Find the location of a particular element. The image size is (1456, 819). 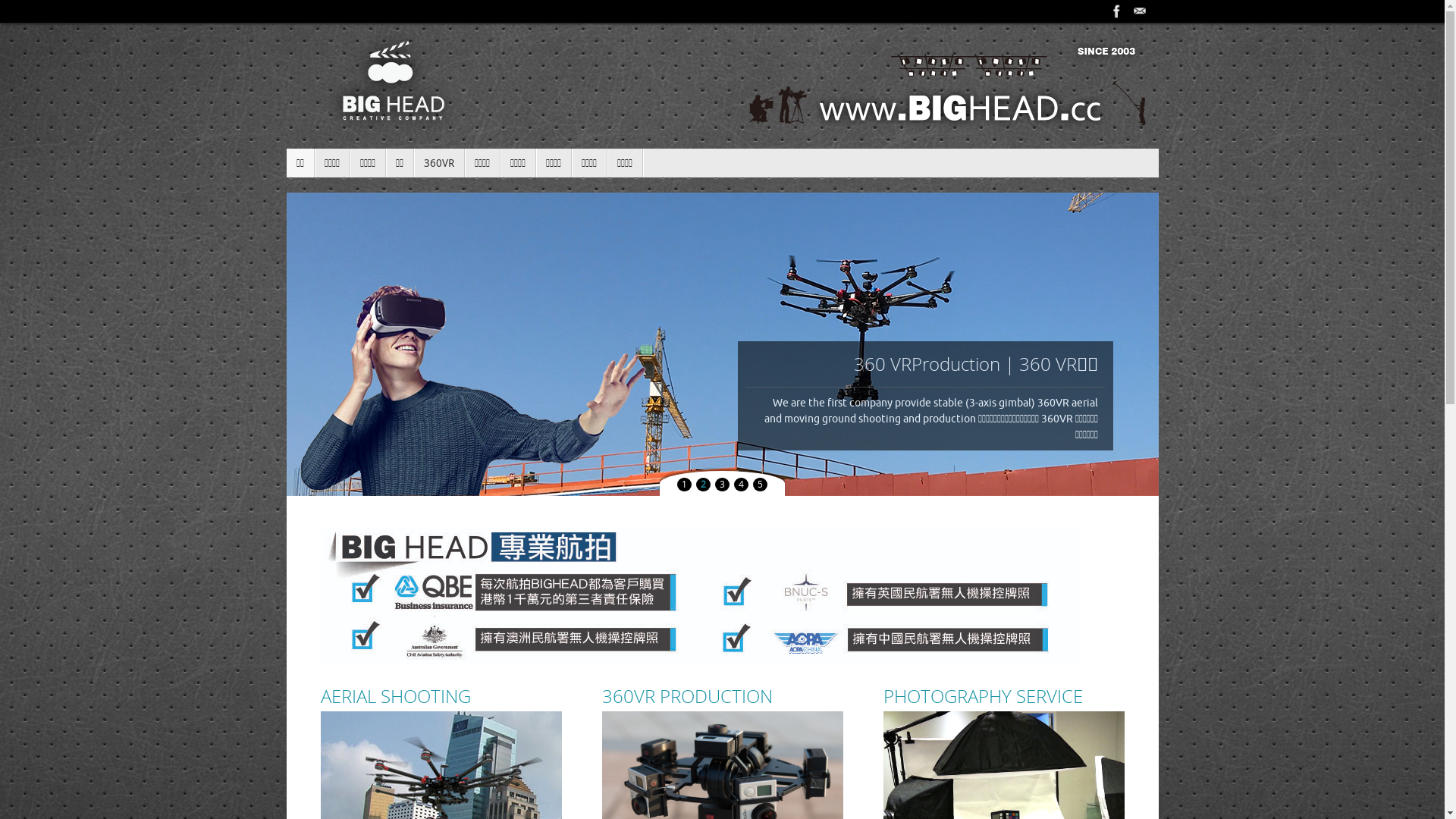

'360VR PRODUCTION' is located at coordinates (722, 696).